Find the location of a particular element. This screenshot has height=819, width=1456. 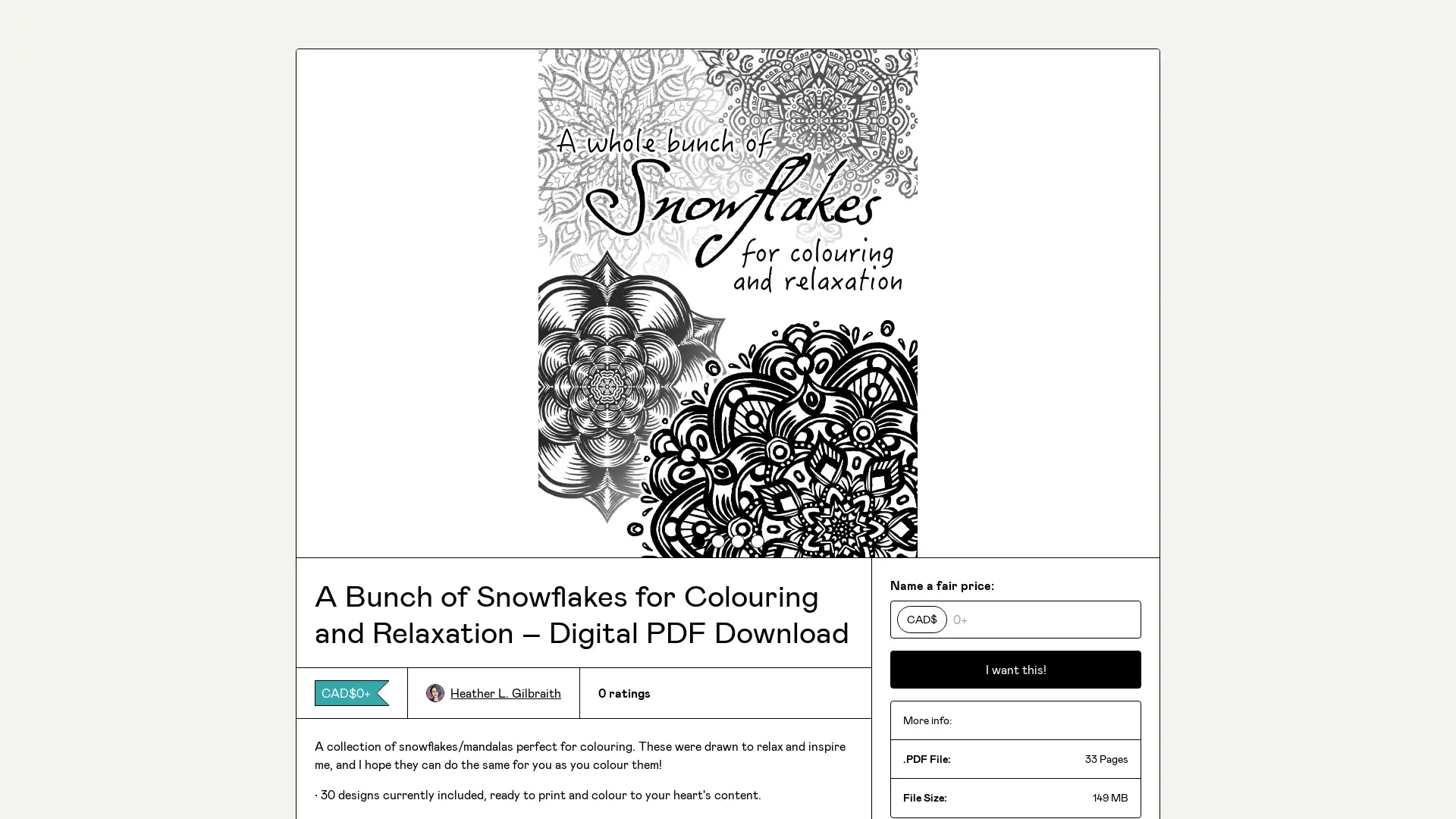

I want this! is located at coordinates (1015, 669).